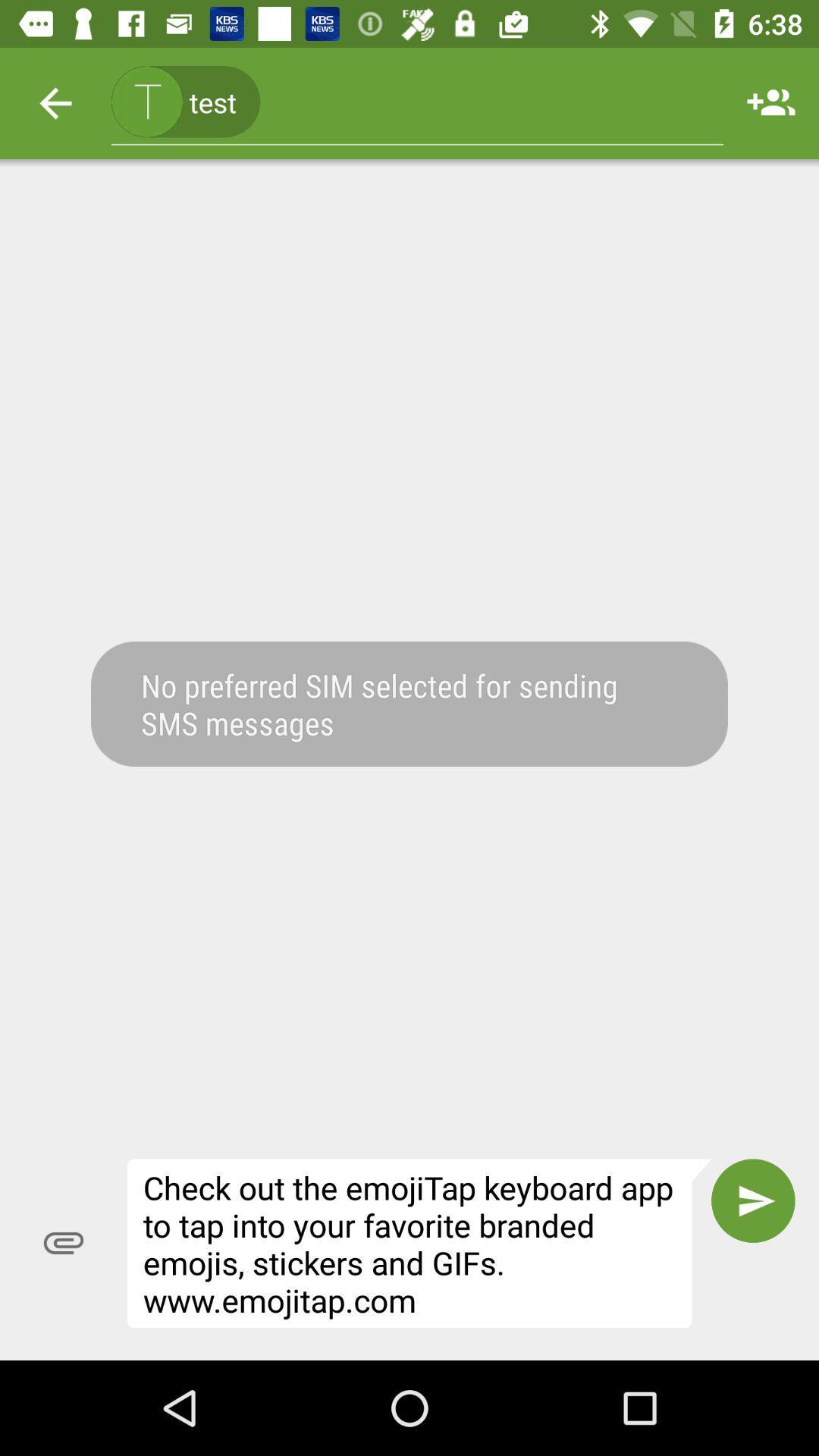  Describe the element at coordinates (417, 102) in the screenshot. I see `(415) 123-4567,  icon` at that location.